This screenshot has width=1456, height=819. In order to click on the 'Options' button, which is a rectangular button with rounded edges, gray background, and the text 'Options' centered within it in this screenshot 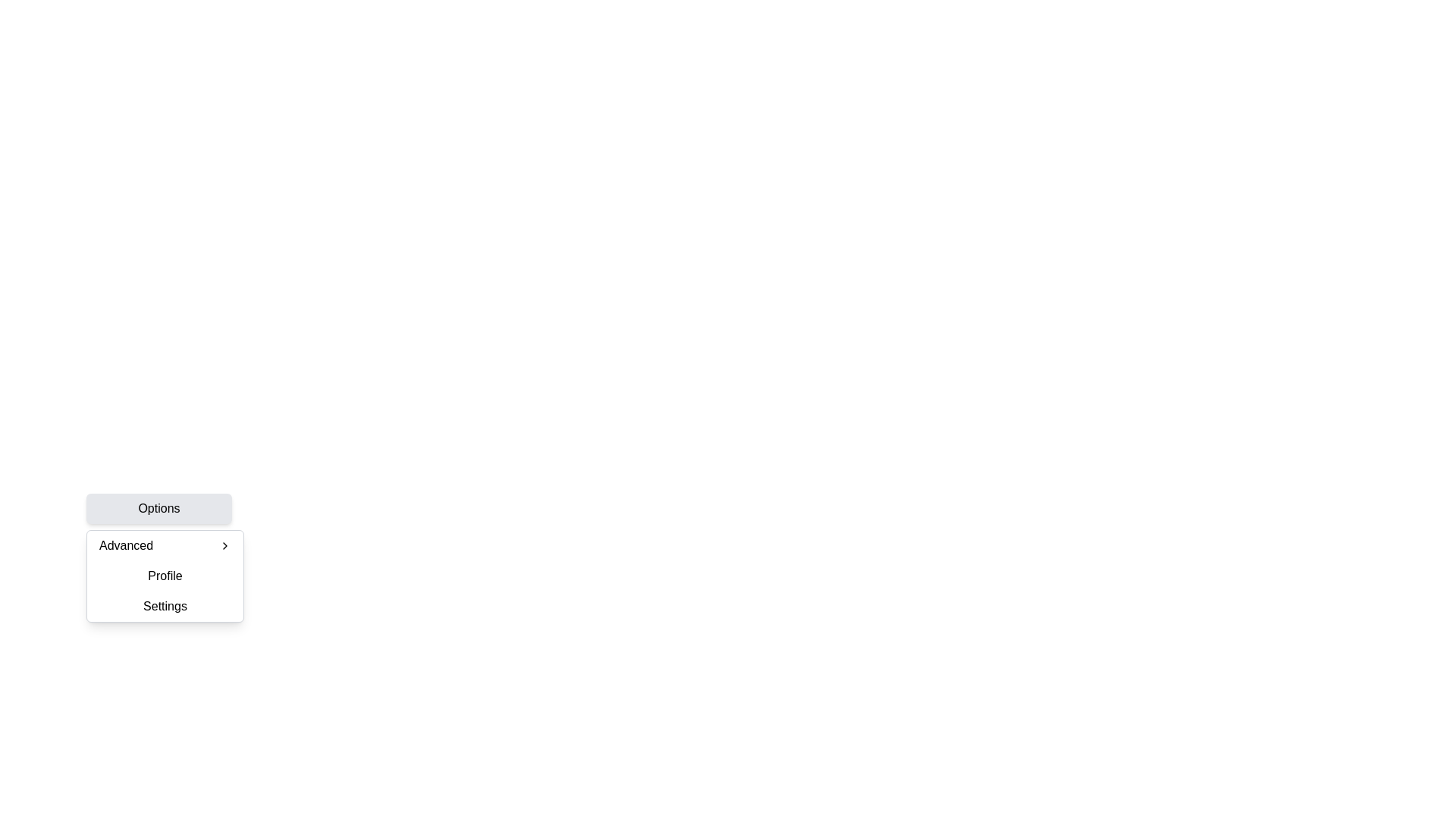, I will do `click(159, 509)`.